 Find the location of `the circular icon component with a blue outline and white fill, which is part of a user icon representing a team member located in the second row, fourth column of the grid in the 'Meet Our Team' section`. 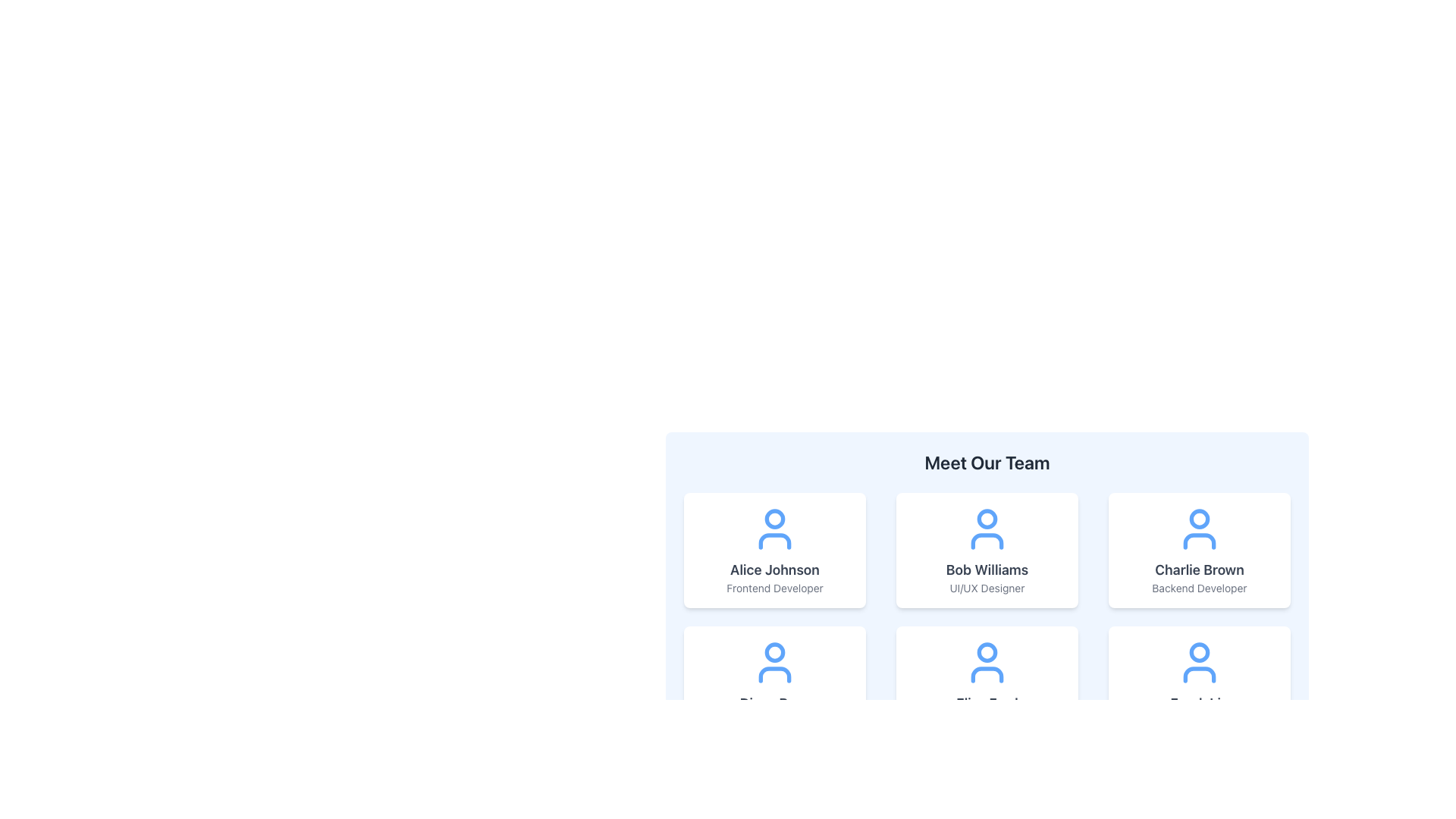

the circular icon component with a blue outline and white fill, which is part of a user icon representing a team member located in the second row, fourth column of the grid in the 'Meet Our Team' section is located at coordinates (987, 651).